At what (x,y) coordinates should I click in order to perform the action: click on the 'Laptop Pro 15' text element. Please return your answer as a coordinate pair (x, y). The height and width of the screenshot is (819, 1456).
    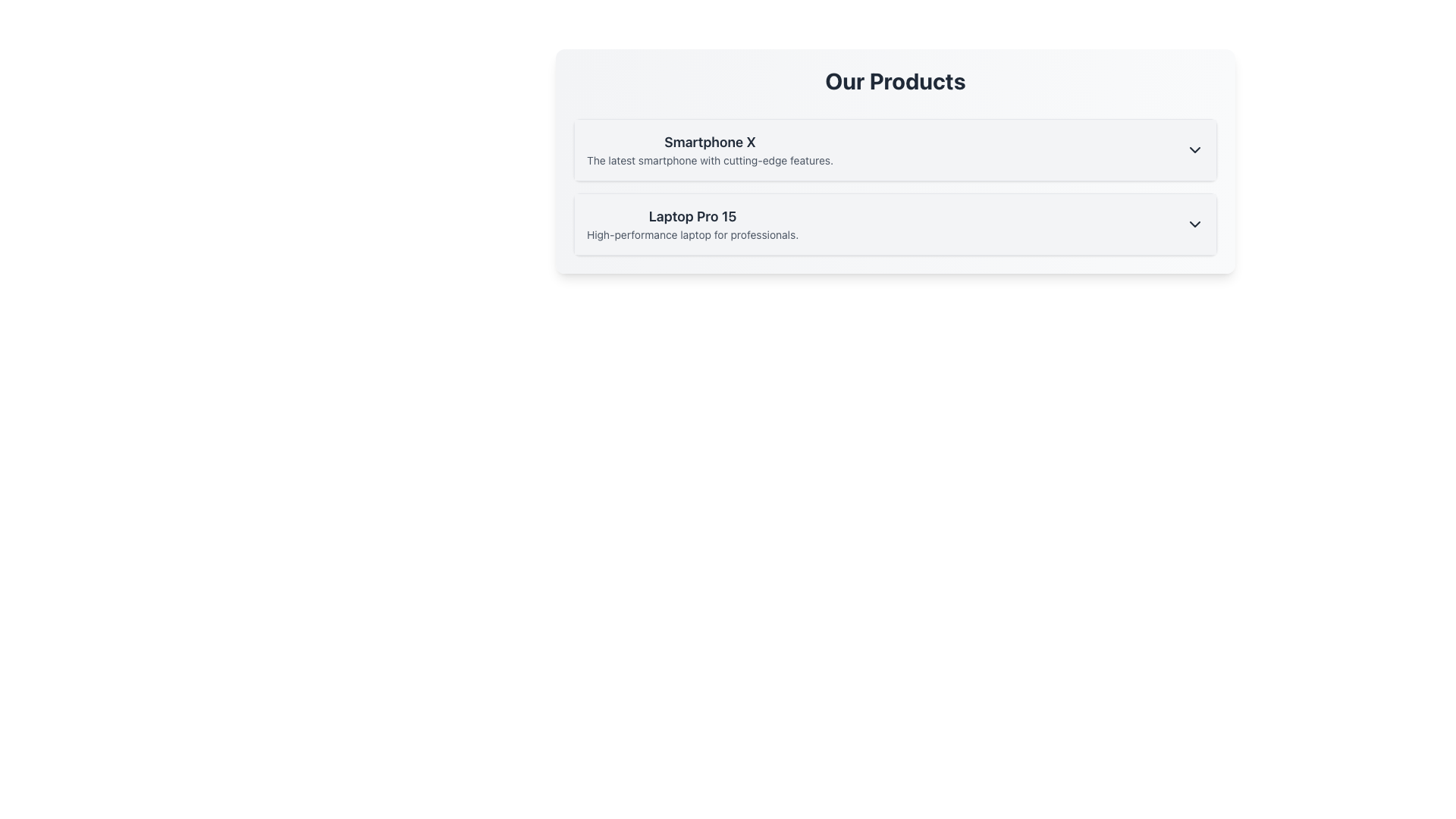
    Looking at the image, I should click on (692, 224).